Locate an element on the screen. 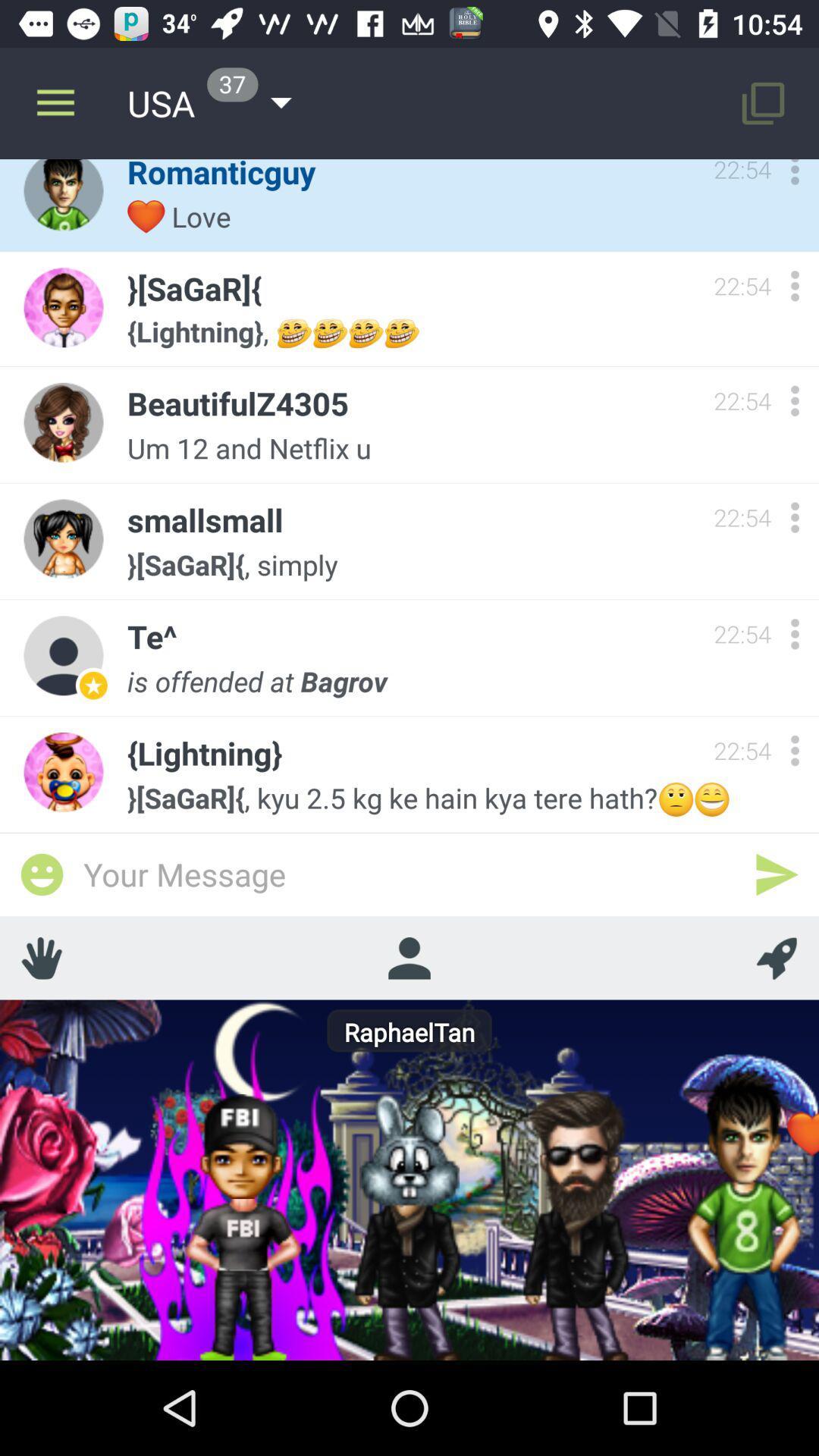 The image size is (819, 1456). option button is located at coordinates (794, 286).